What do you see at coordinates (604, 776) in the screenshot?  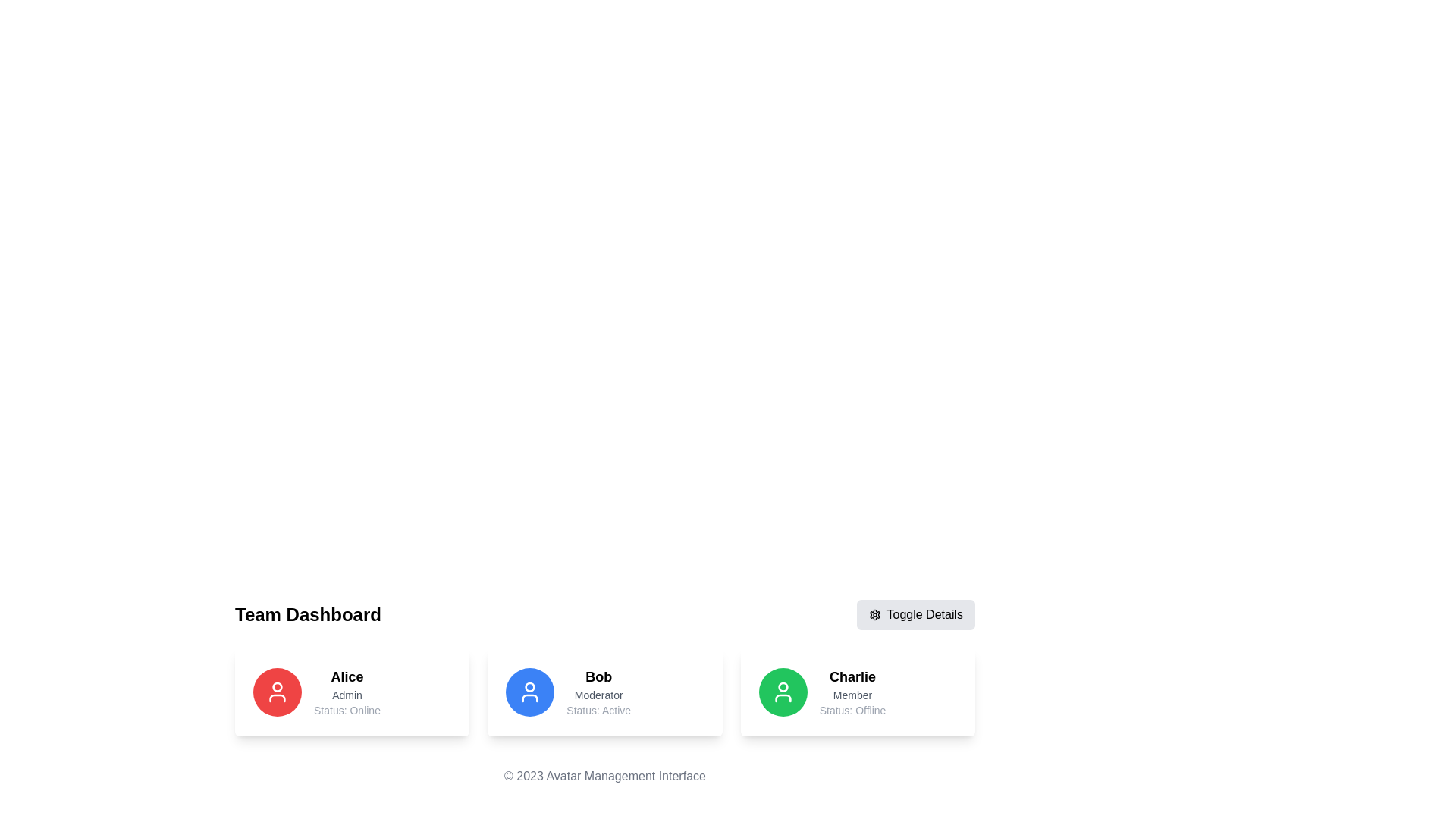 I see `the footer text label that reads '© 2023 Avatar Management Interface', which is centered at the bottom of the page` at bounding box center [604, 776].